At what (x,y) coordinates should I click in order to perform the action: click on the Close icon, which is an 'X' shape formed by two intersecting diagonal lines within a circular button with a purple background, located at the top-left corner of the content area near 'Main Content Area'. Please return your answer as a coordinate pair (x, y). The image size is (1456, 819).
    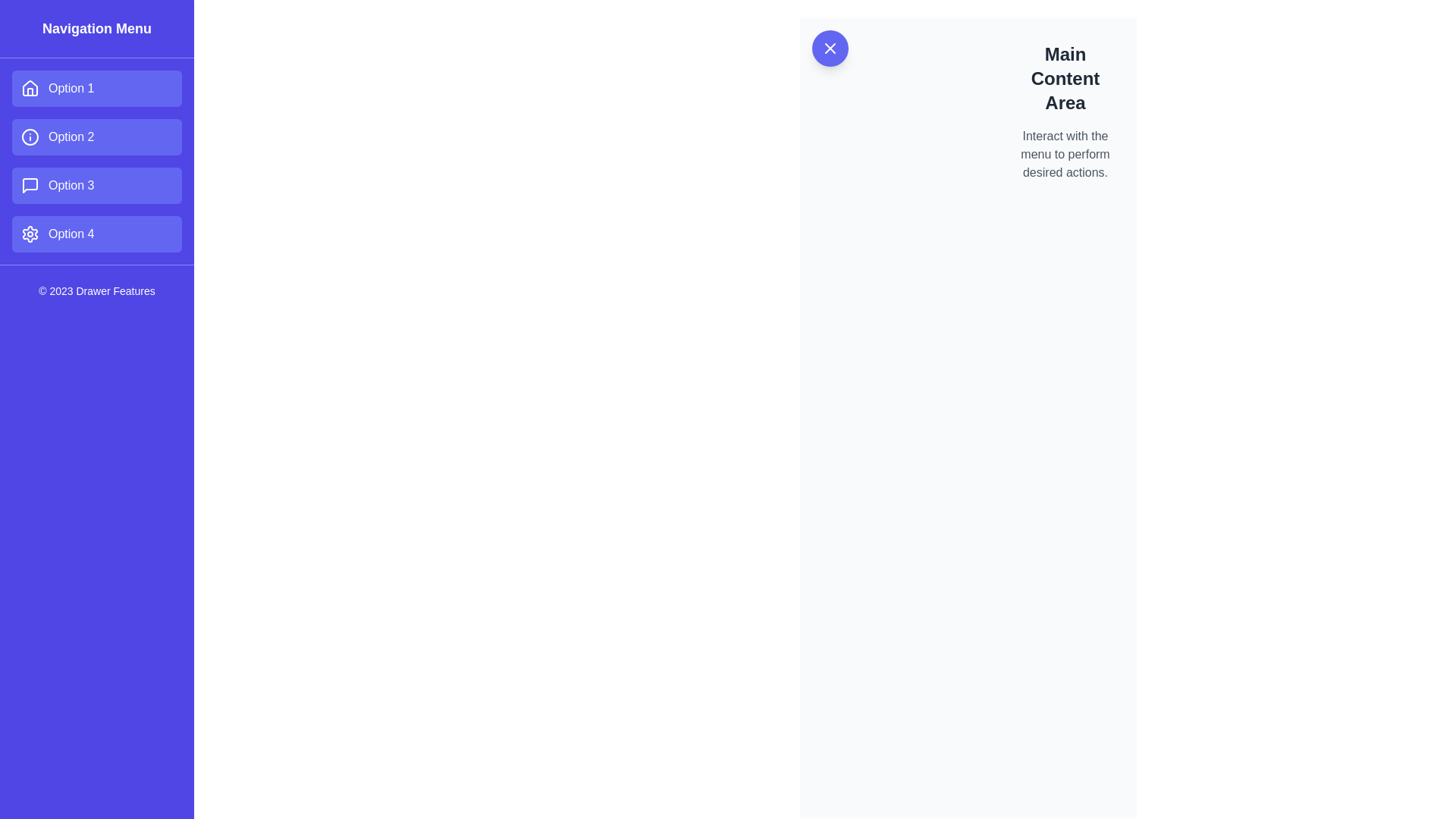
    Looking at the image, I should click on (829, 48).